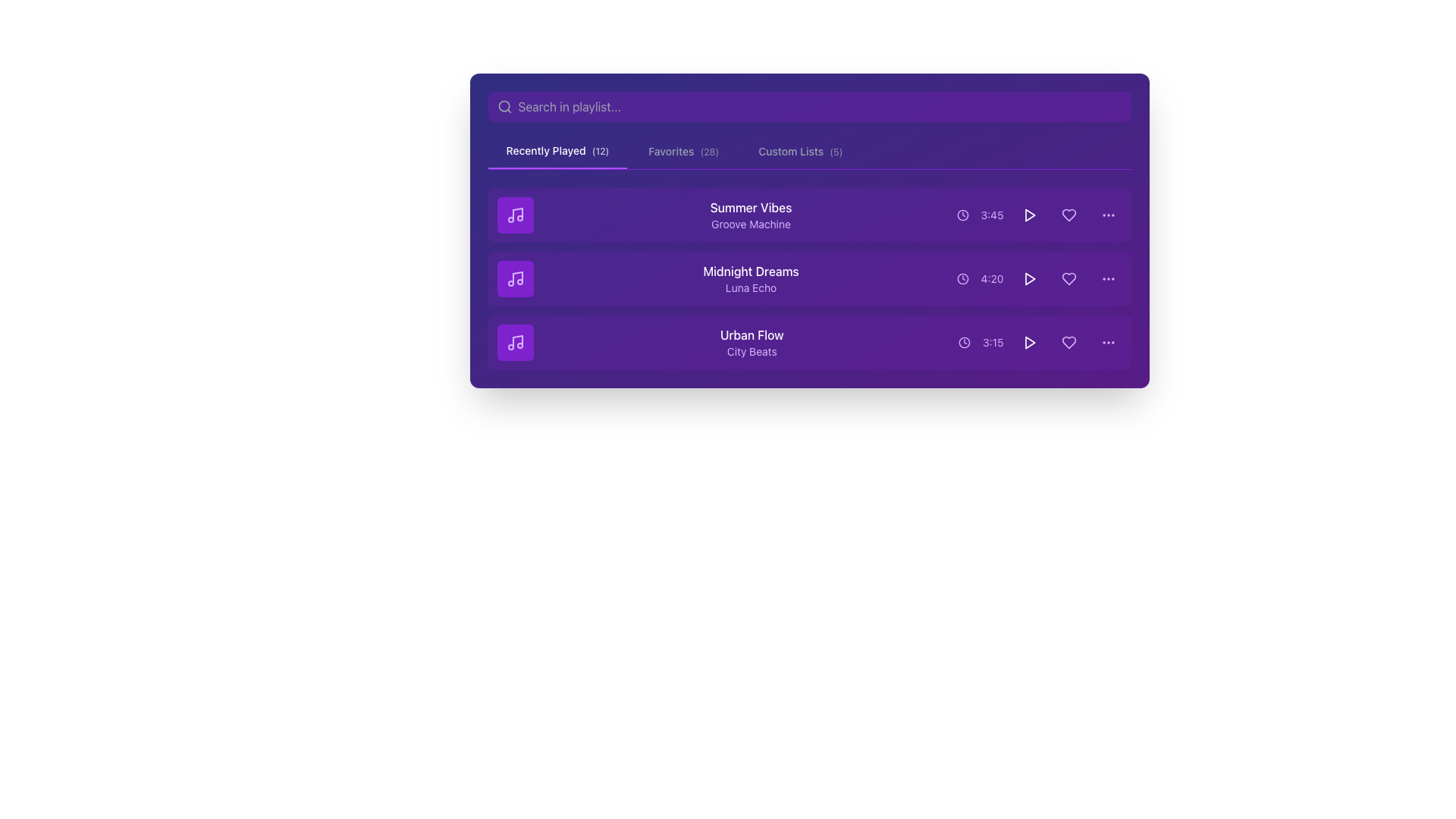 The image size is (1456, 819). I want to click on the non-interactive icon representing the audio content labeled 'Midnight Dreams' located in the leftmost part of the list item with the subtitle 'Luna Echo' in the 'Recently Played' section, so click(515, 278).